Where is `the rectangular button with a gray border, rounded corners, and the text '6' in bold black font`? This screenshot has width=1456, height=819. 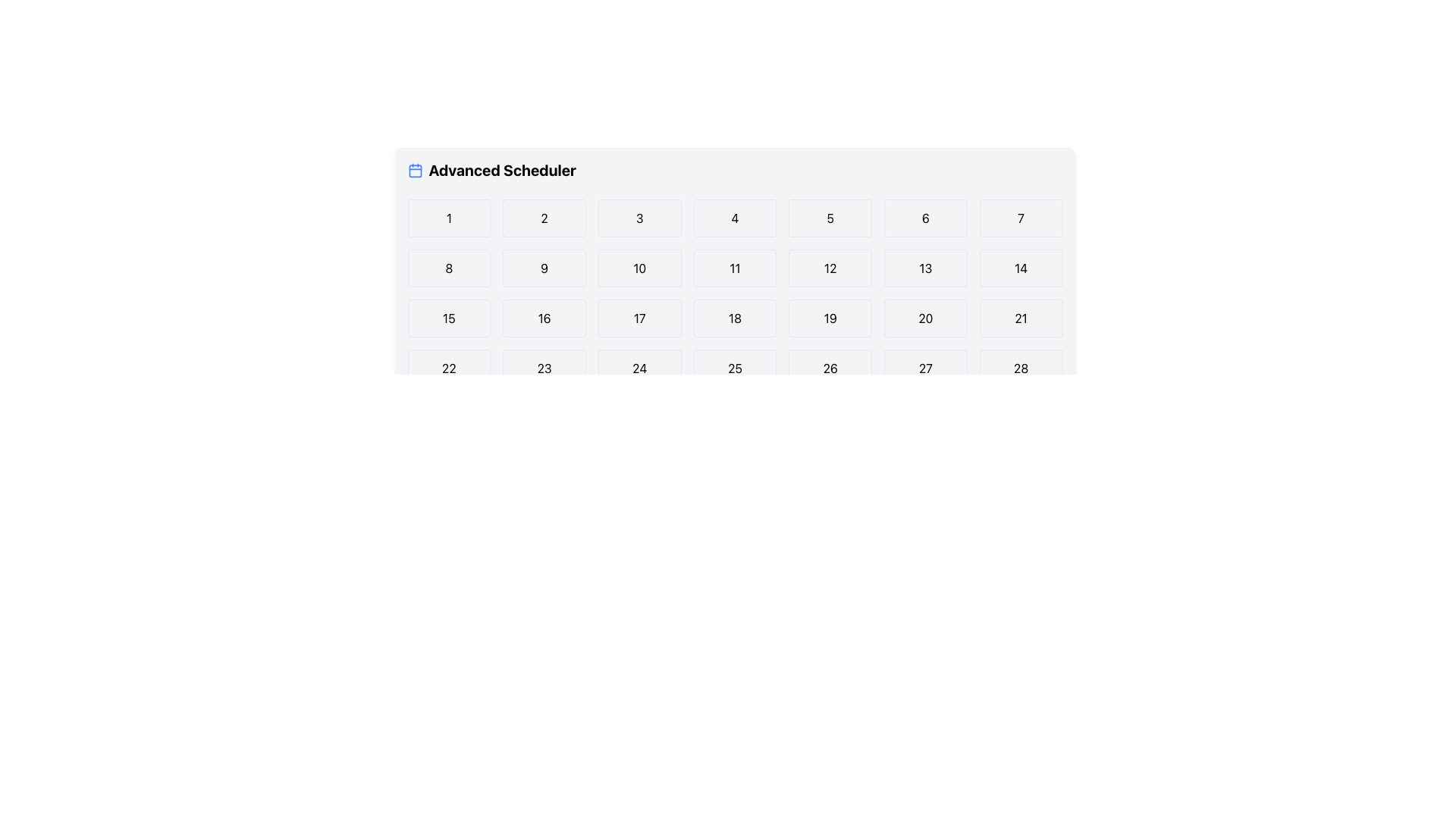
the rectangular button with a gray border, rounded corners, and the text '6' in bold black font is located at coordinates (924, 218).